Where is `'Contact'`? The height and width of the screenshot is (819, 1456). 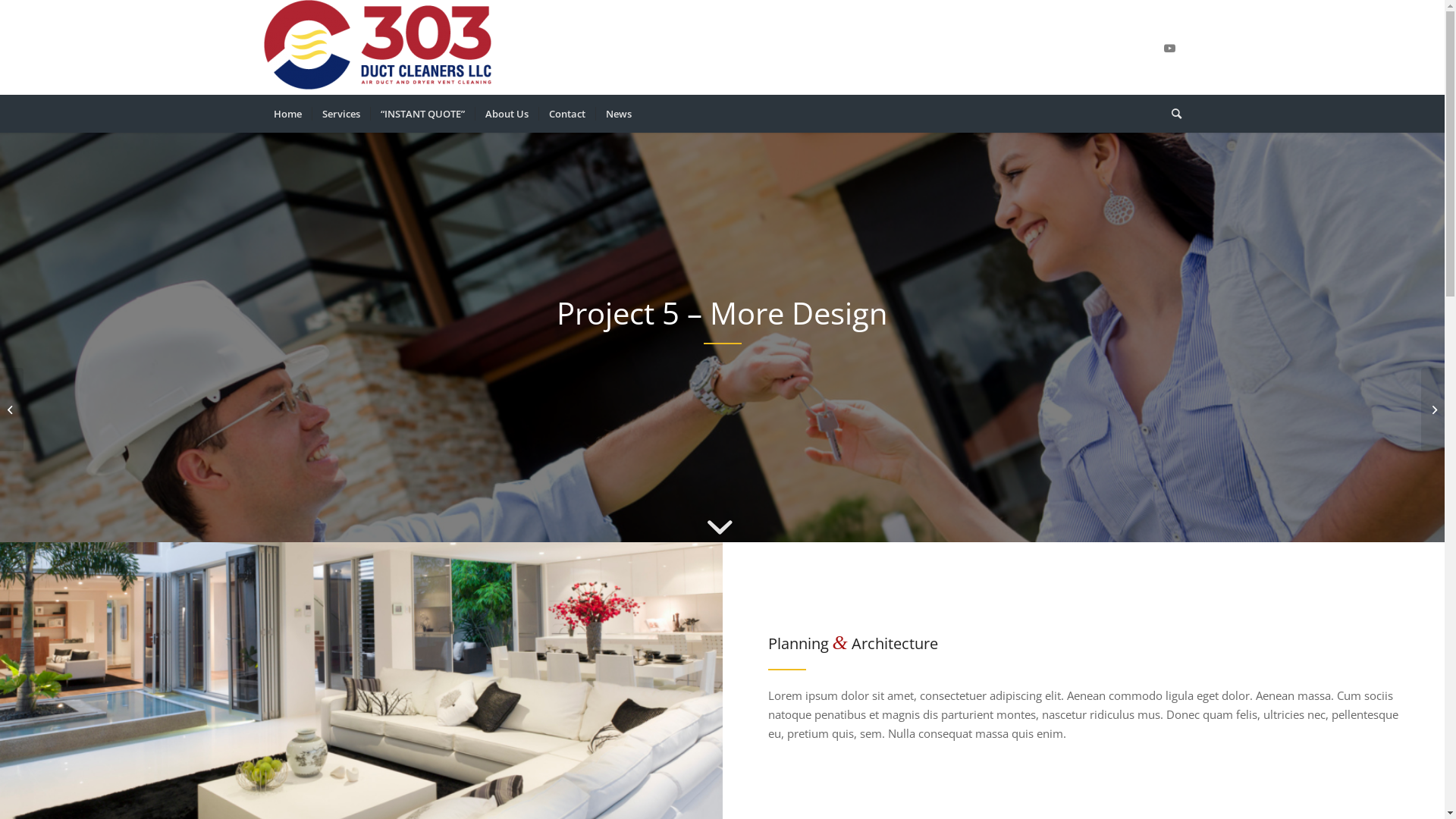
'Contact' is located at coordinates (566, 113).